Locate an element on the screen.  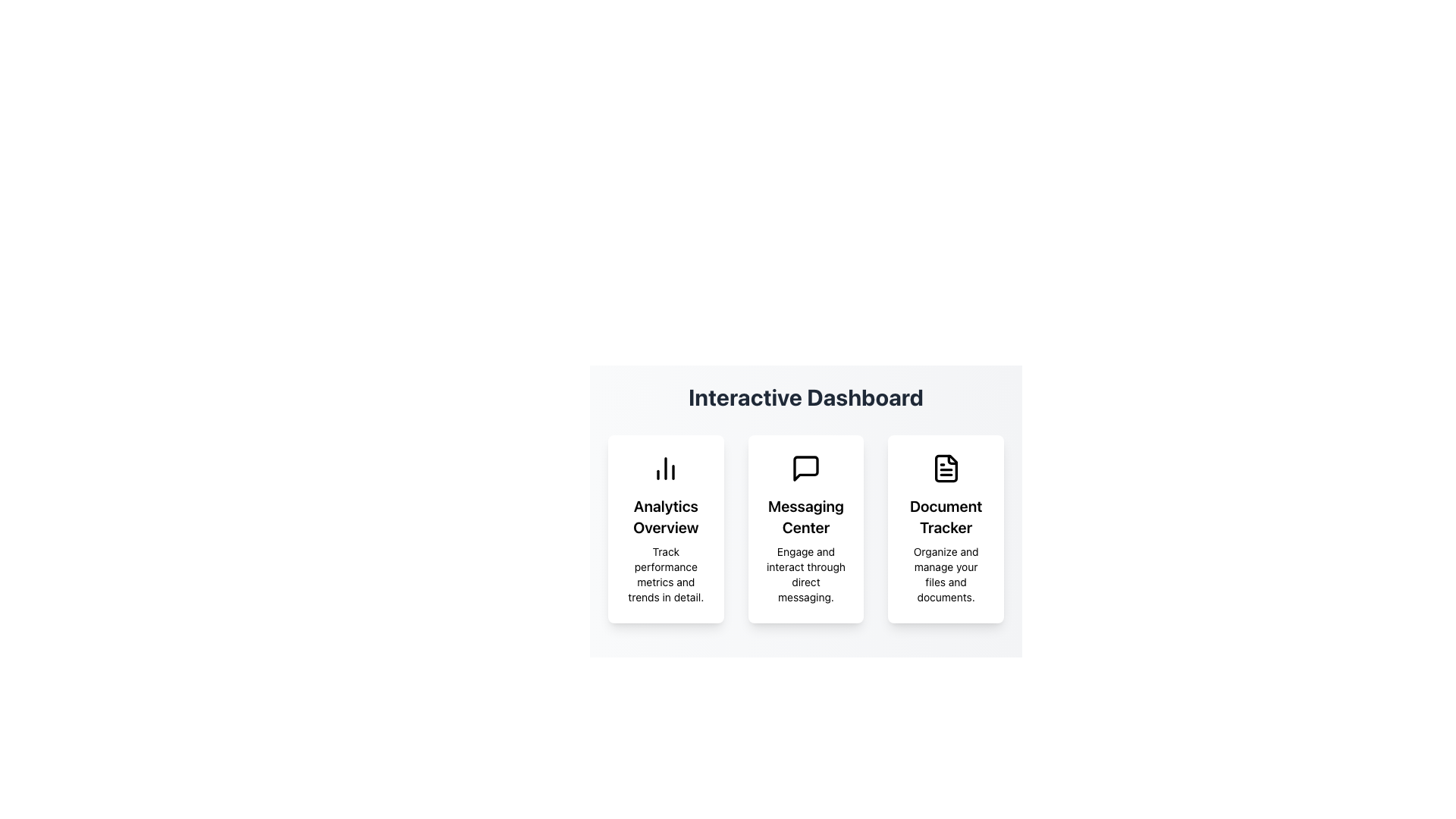
the 'Document Tracker' Card UI element located in the rightmost column of the grid layout to trigger hover effects is located at coordinates (945, 529).